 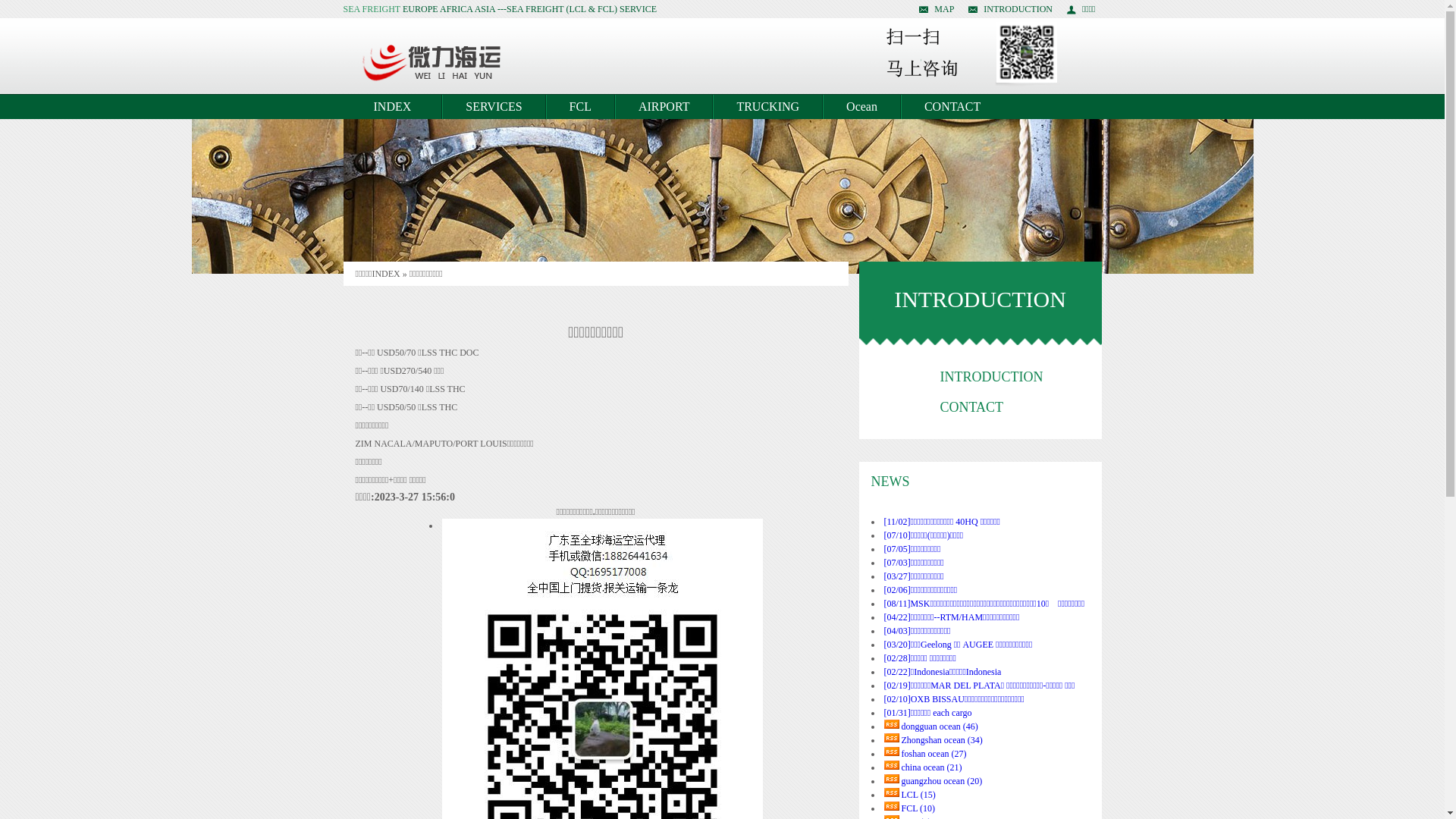 What do you see at coordinates (892, 736) in the screenshot?
I see `'rss'` at bounding box center [892, 736].